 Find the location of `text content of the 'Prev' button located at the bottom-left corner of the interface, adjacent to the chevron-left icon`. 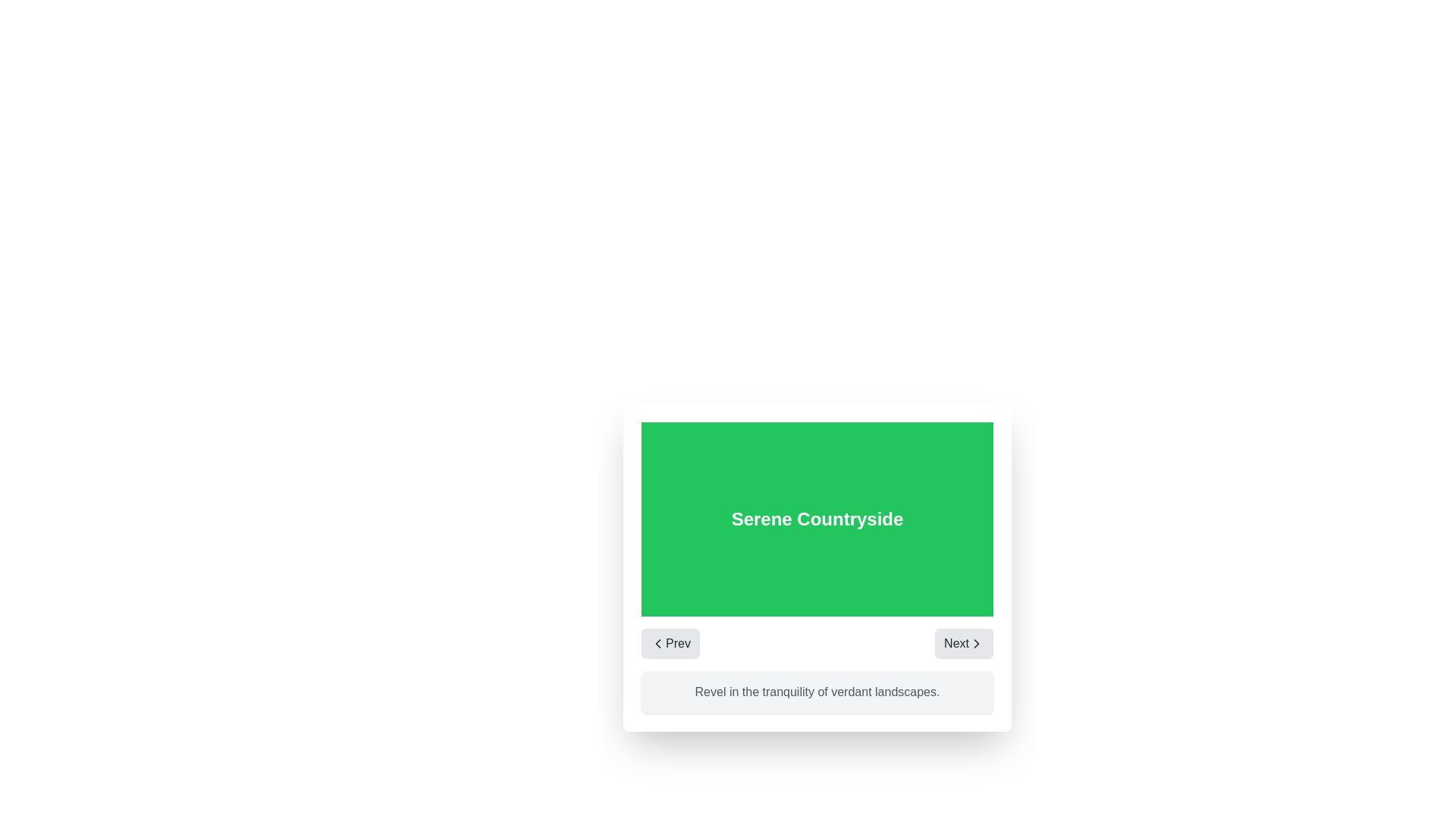

text content of the 'Prev' button located at the bottom-left corner of the interface, adjacent to the chevron-left icon is located at coordinates (676, 643).